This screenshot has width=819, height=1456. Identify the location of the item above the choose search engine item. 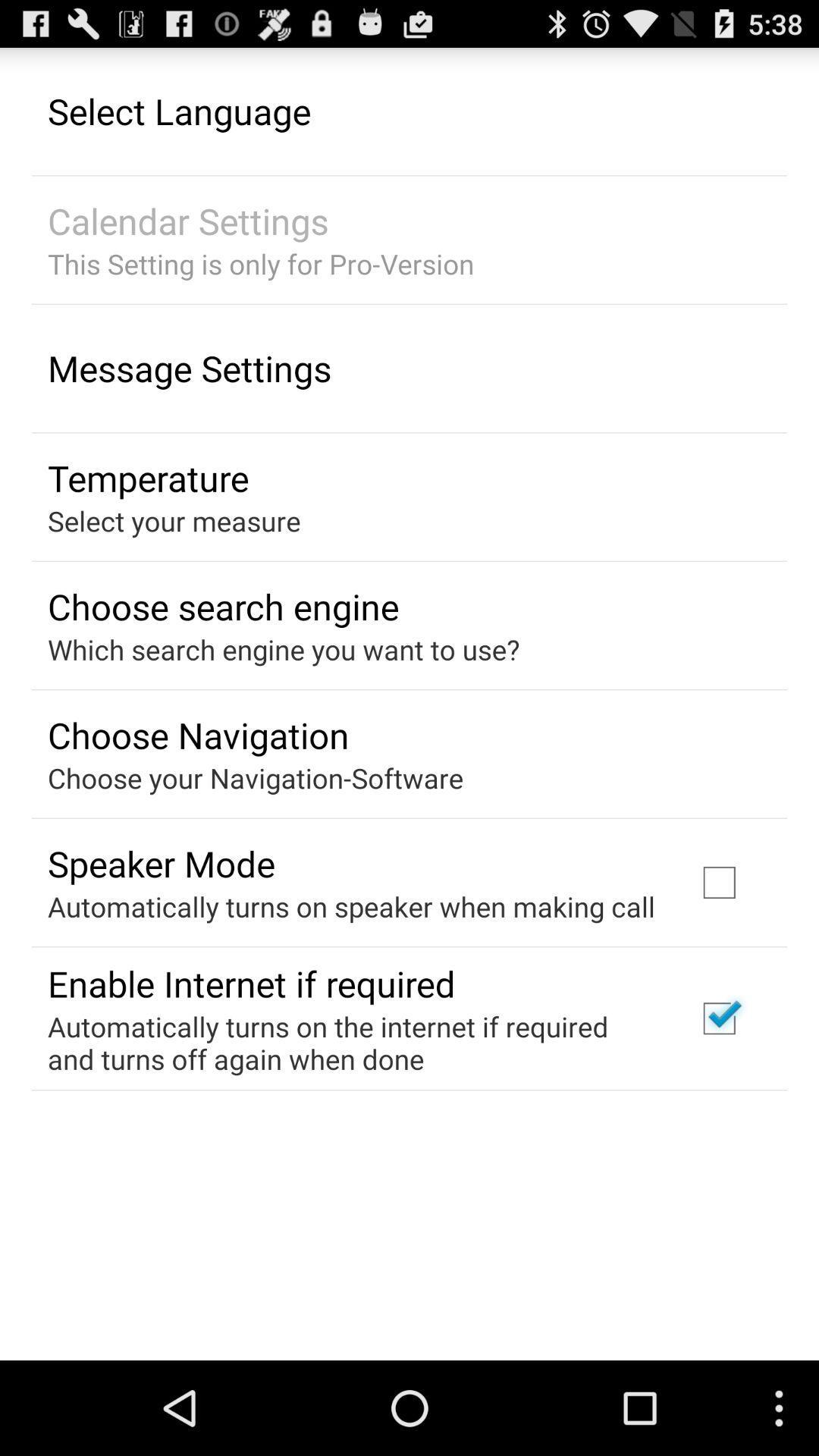
(173, 520).